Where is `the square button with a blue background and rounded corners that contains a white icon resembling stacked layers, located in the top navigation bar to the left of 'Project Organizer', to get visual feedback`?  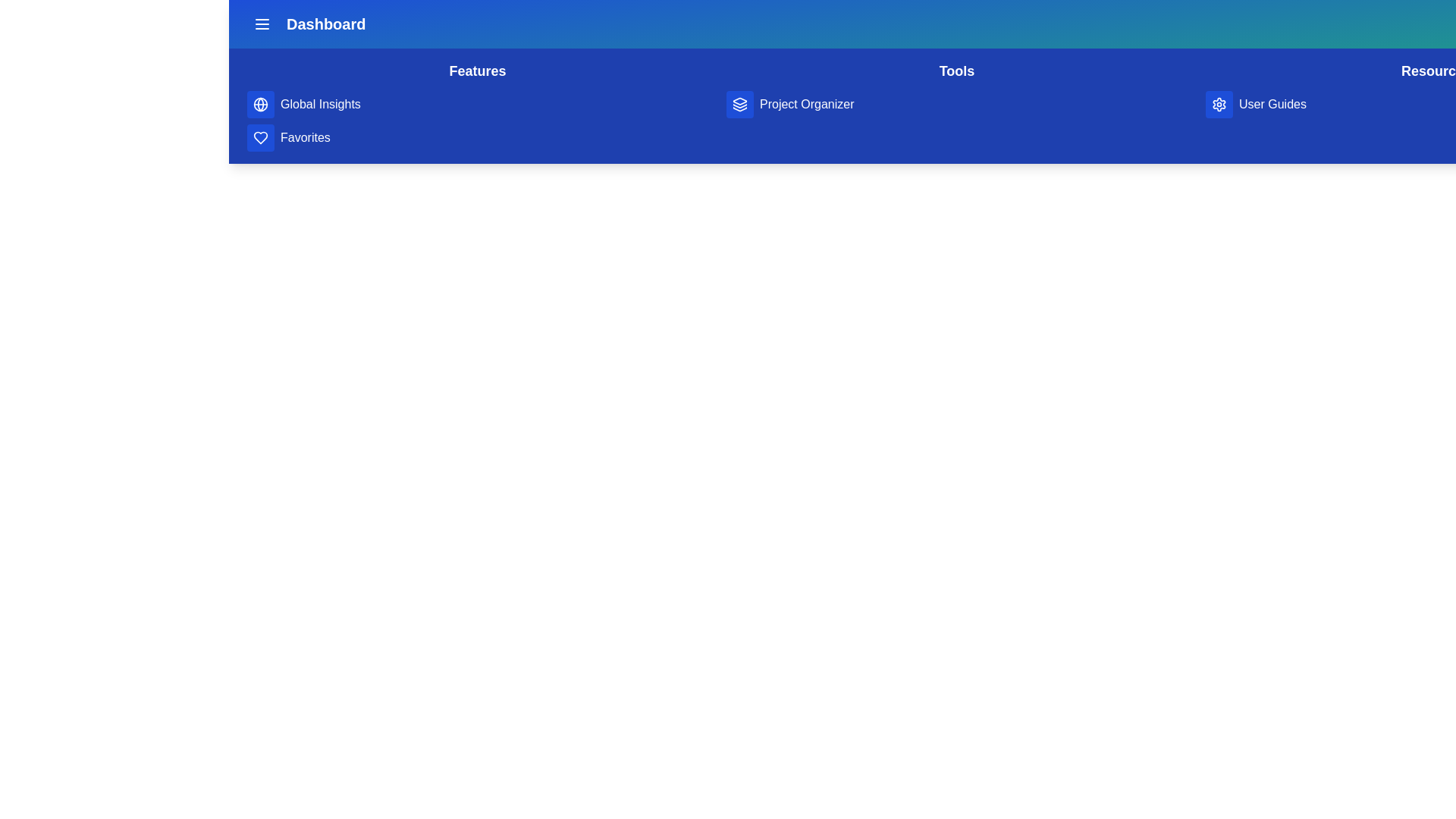
the square button with a blue background and rounded corners that contains a white icon resembling stacked layers, located in the top navigation bar to the left of 'Project Organizer', to get visual feedback is located at coordinates (739, 104).